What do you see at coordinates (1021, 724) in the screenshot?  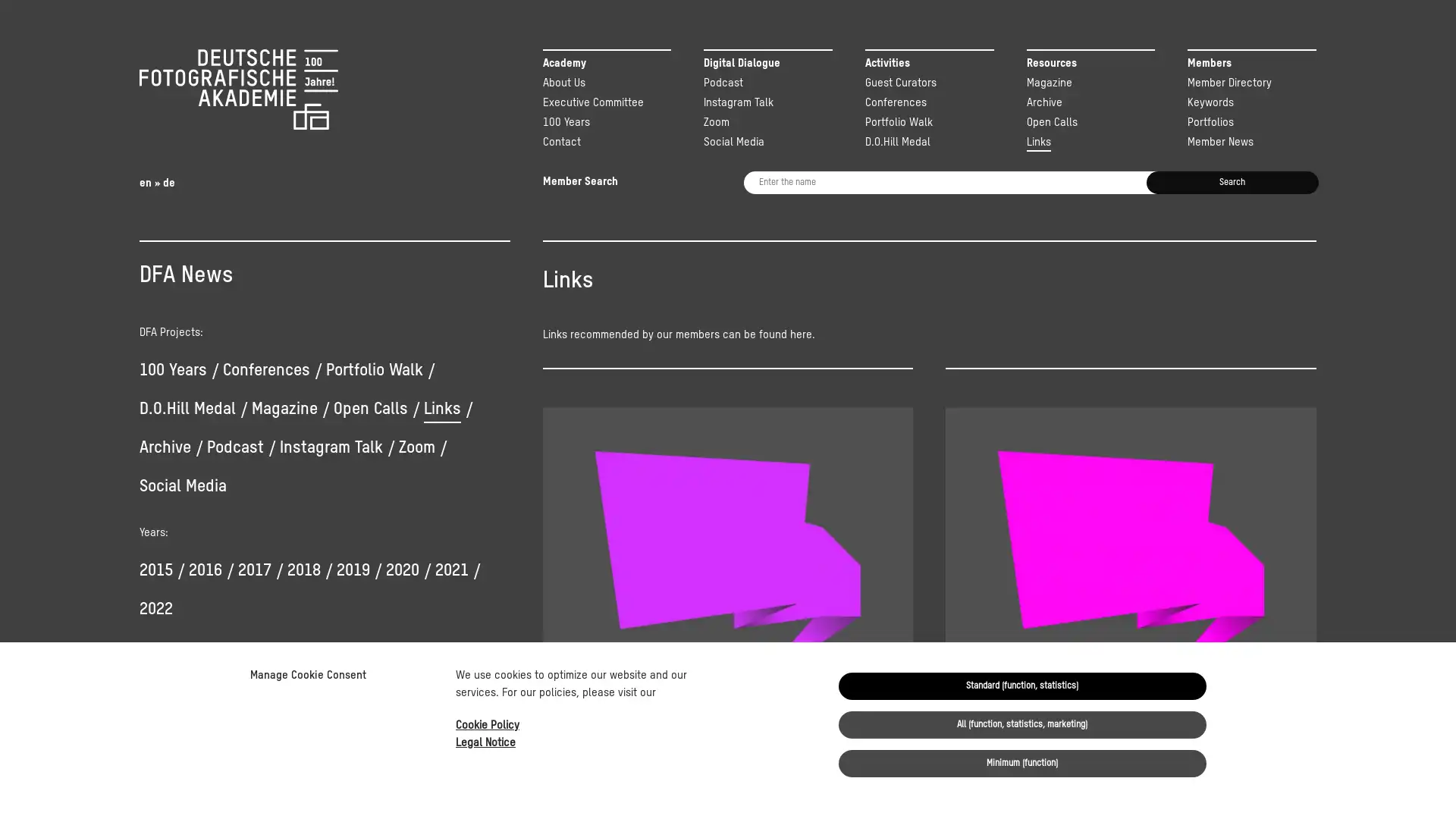 I see `All (function, statistics, marketing)` at bounding box center [1021, 724].